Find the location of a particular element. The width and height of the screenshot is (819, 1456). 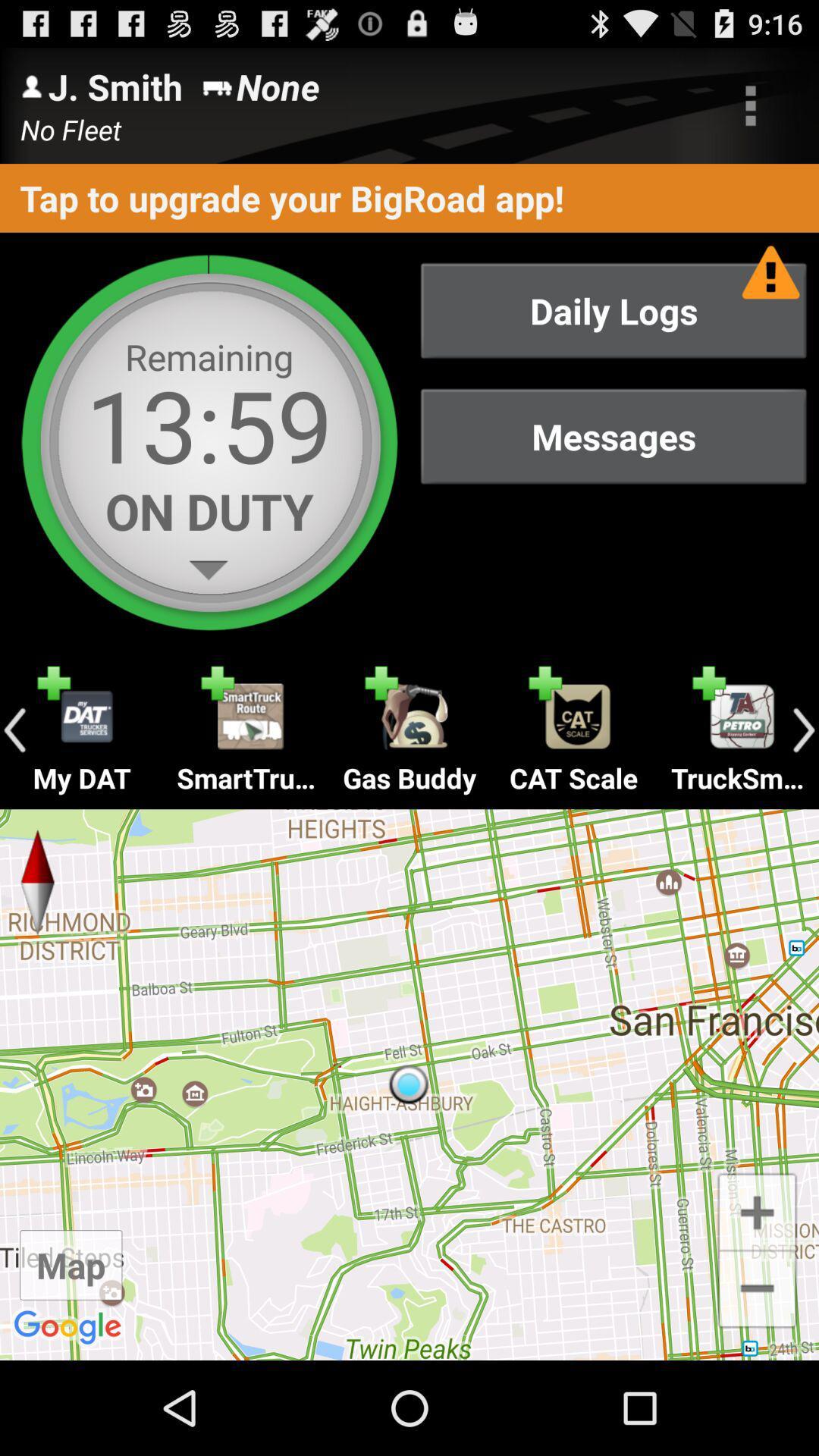

zoom out is located at coordinates (757, 1289).